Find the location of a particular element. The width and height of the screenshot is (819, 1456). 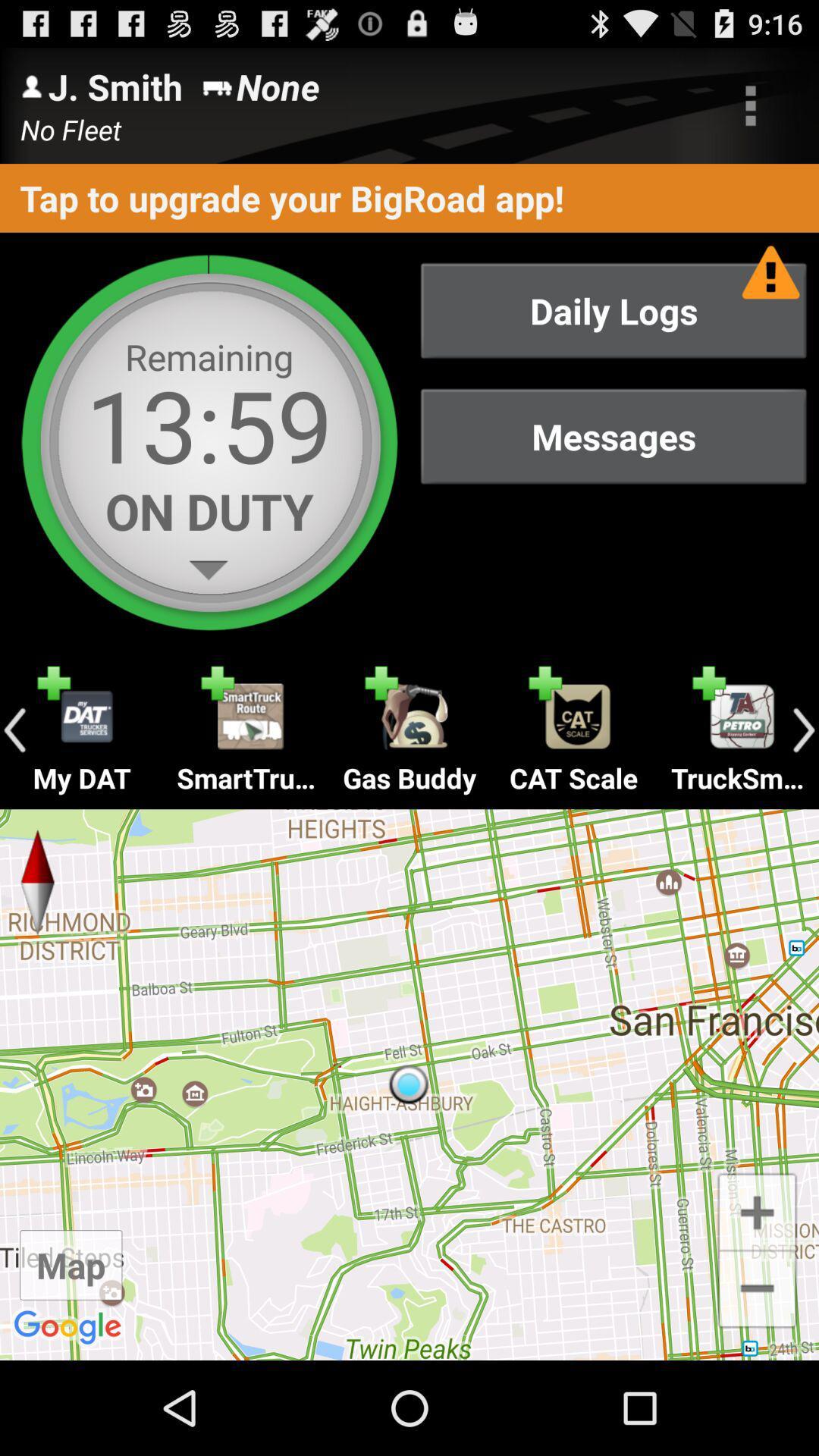

zoom out is located at coordinates (757, 1289).